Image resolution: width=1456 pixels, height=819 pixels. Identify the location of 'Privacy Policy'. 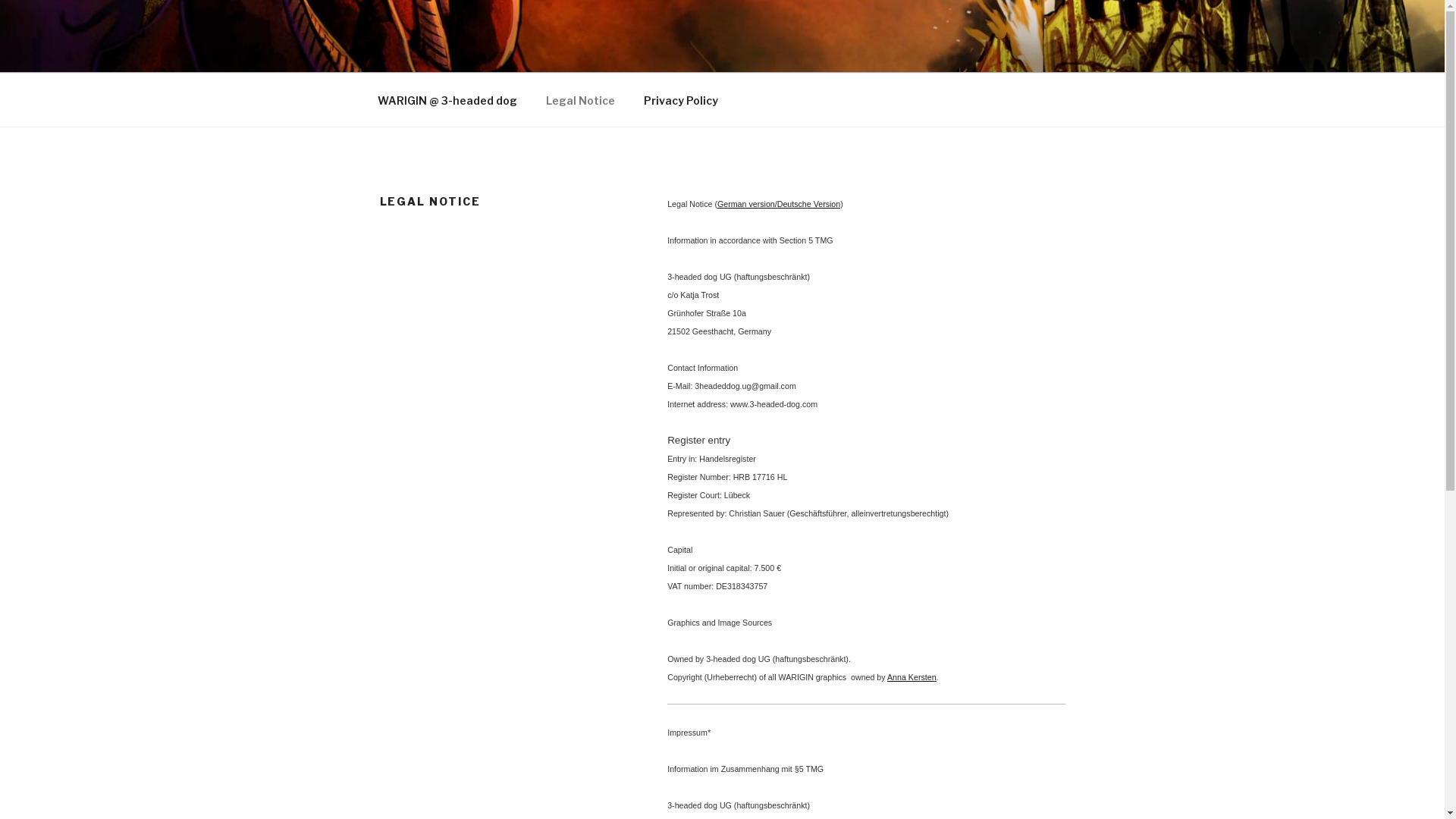
(680, 100).